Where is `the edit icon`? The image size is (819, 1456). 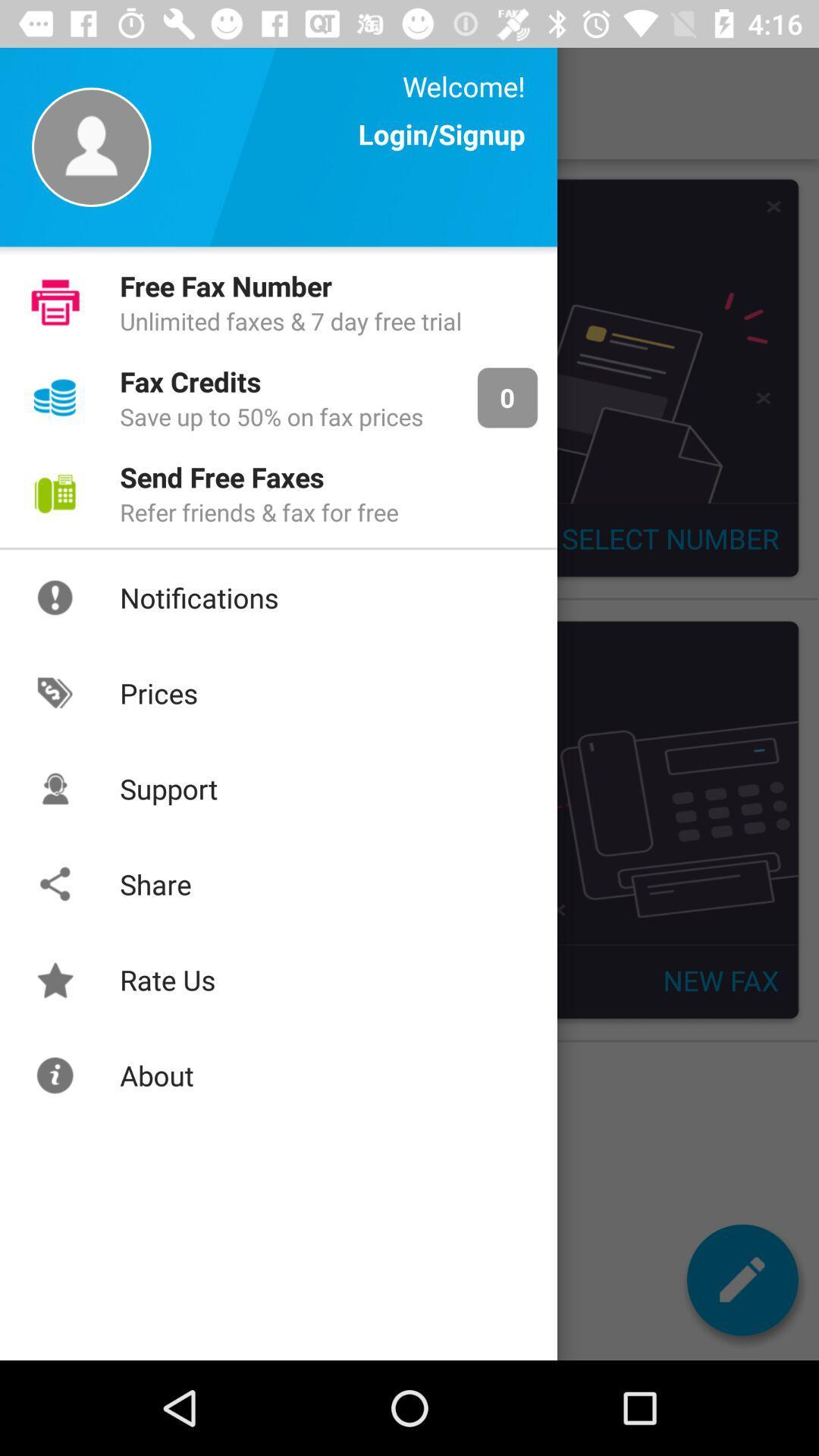
the edit icon is located at coordinates (742, 1279).